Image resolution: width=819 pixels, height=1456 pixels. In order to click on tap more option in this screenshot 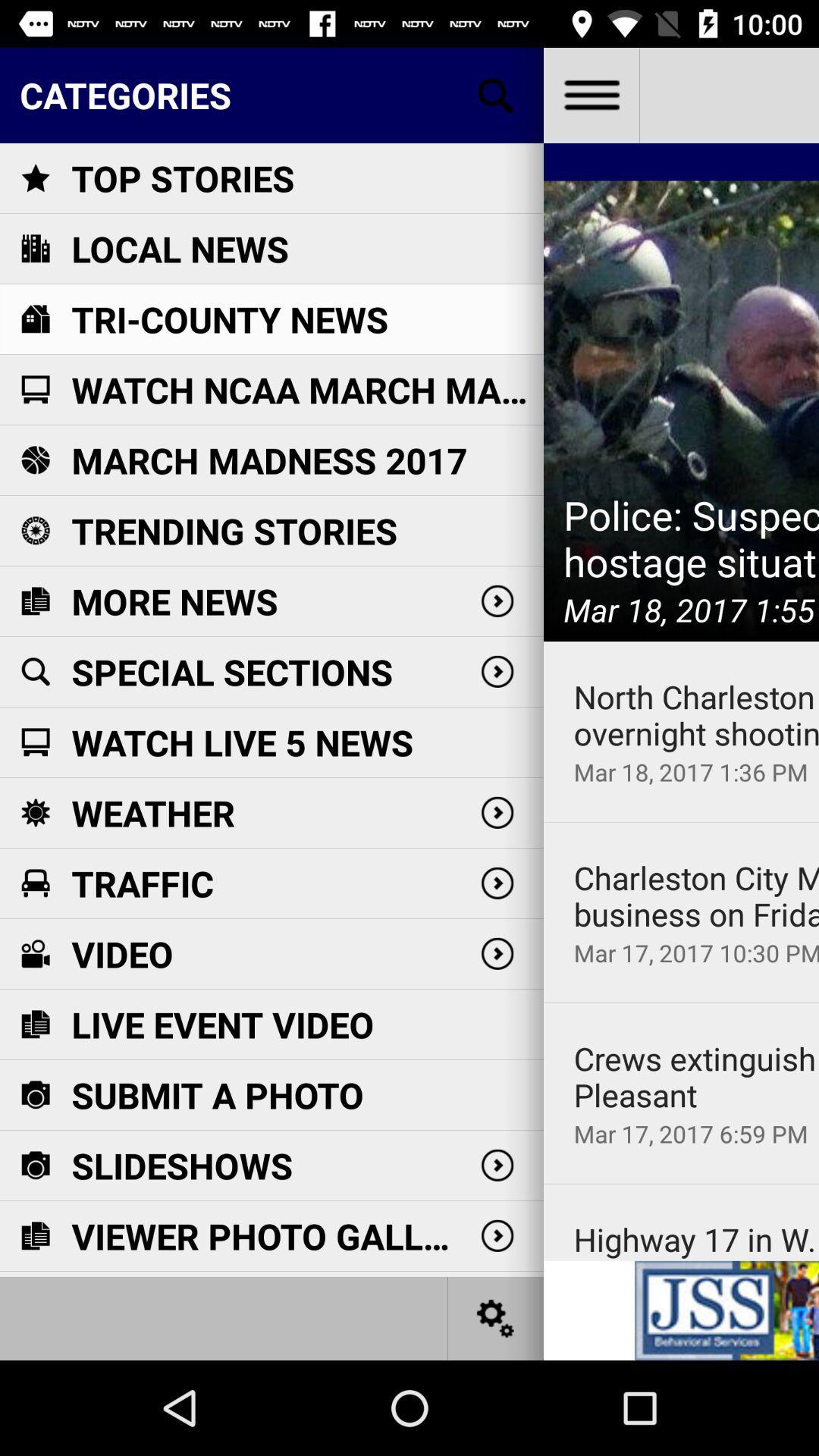, I will do `click(590, 94)`.